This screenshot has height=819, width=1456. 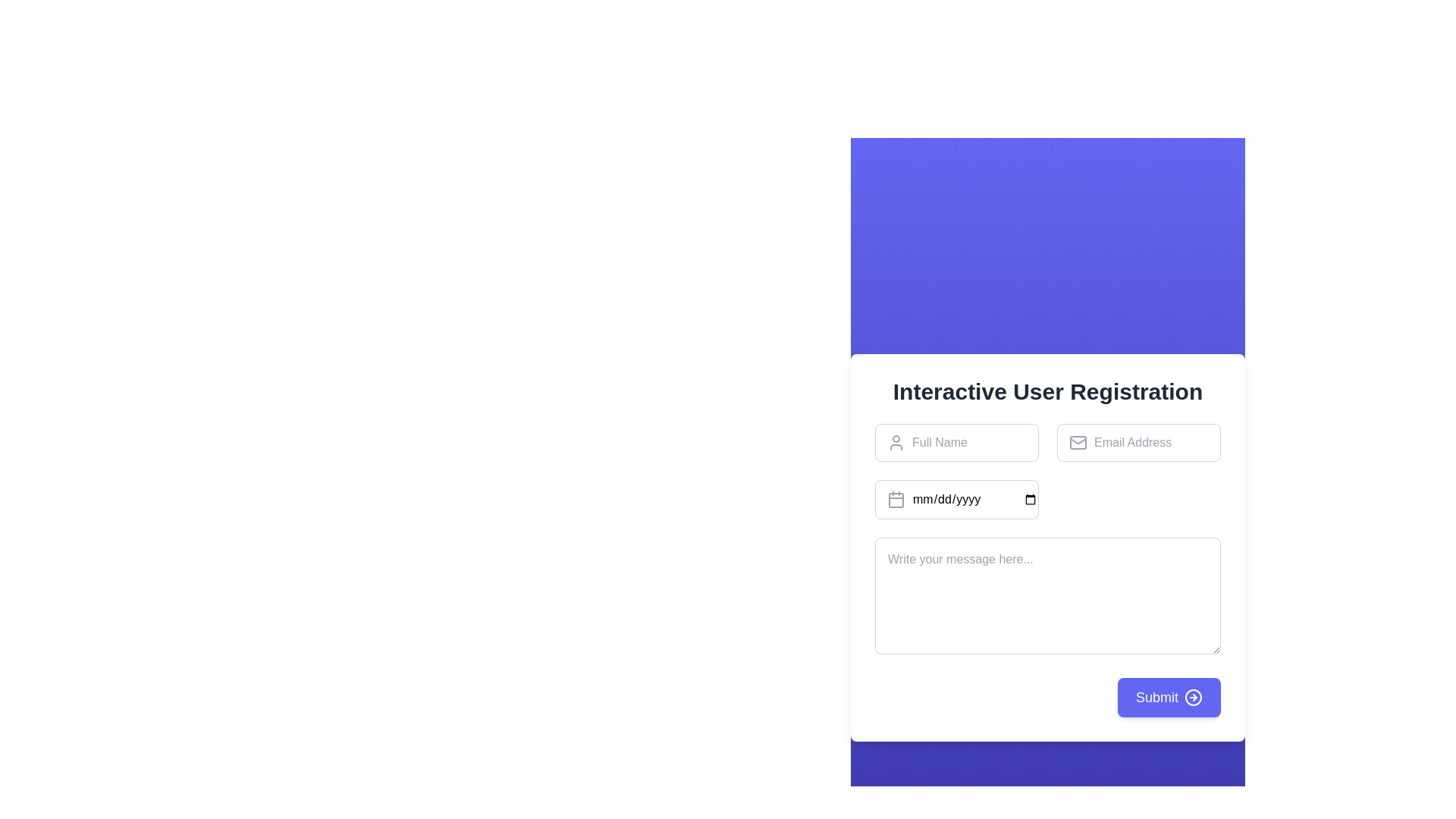 What do you see at coordinates (1193, 696) in the screenshot?
I see `the decorative visual indicator icon located to the right of the 'Submit' text on the button in the bottom-right corner of the form` at bounding box center [1193, 696].